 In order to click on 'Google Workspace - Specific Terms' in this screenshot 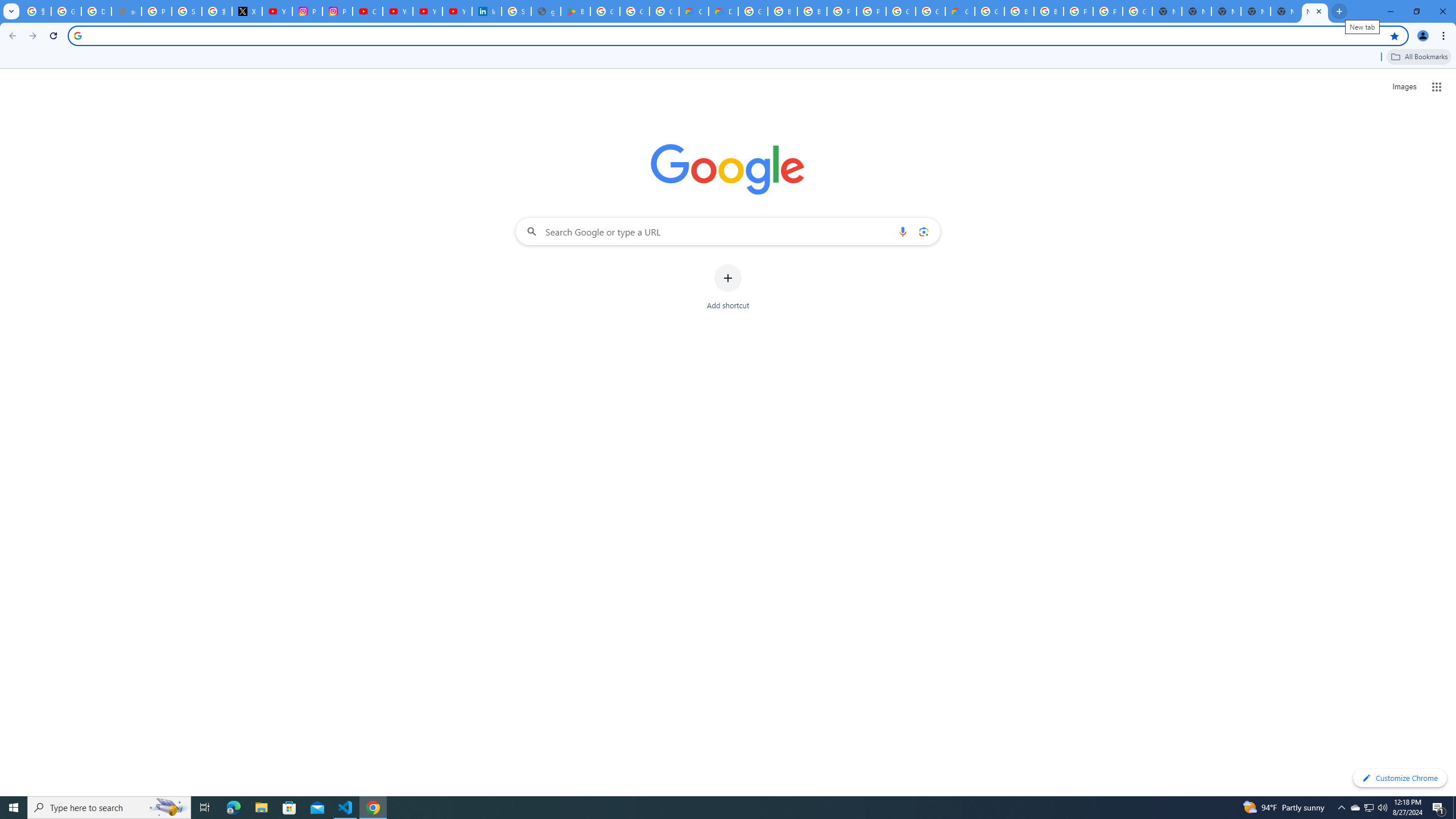, I will do `click(635, 11)`.